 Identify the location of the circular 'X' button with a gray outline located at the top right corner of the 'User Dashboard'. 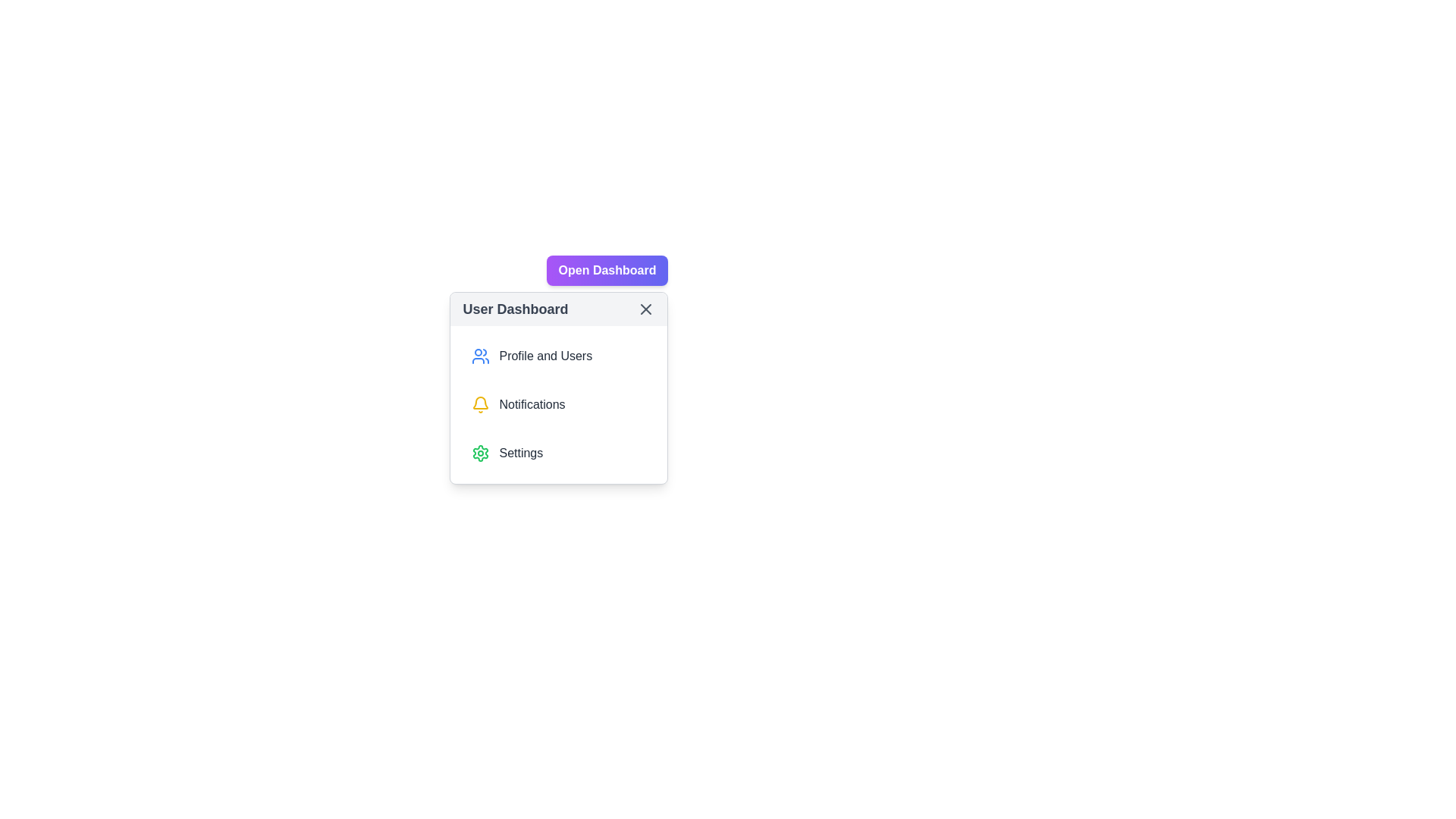
(646, 309).